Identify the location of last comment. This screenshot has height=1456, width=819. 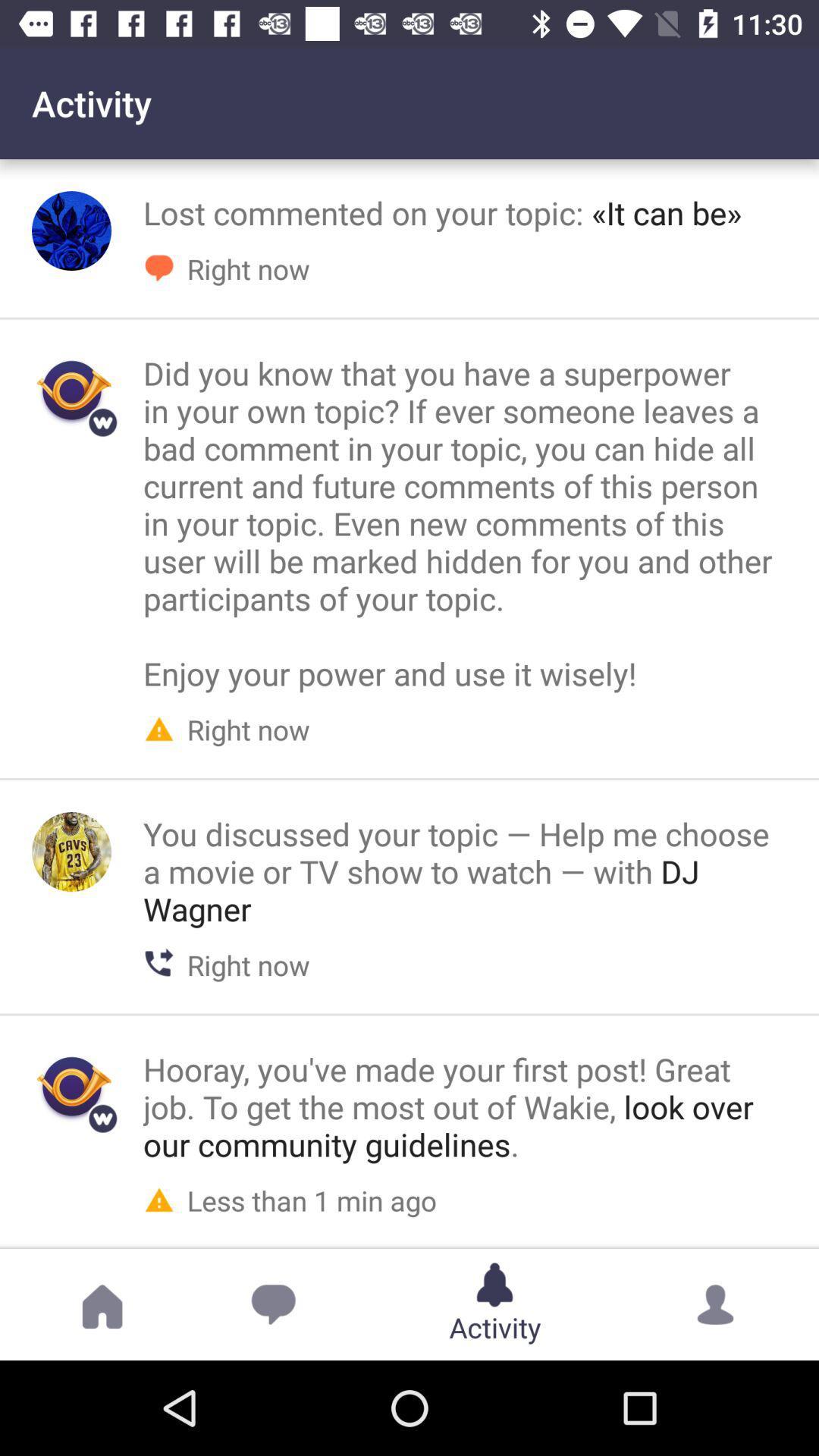
(71, 1087).